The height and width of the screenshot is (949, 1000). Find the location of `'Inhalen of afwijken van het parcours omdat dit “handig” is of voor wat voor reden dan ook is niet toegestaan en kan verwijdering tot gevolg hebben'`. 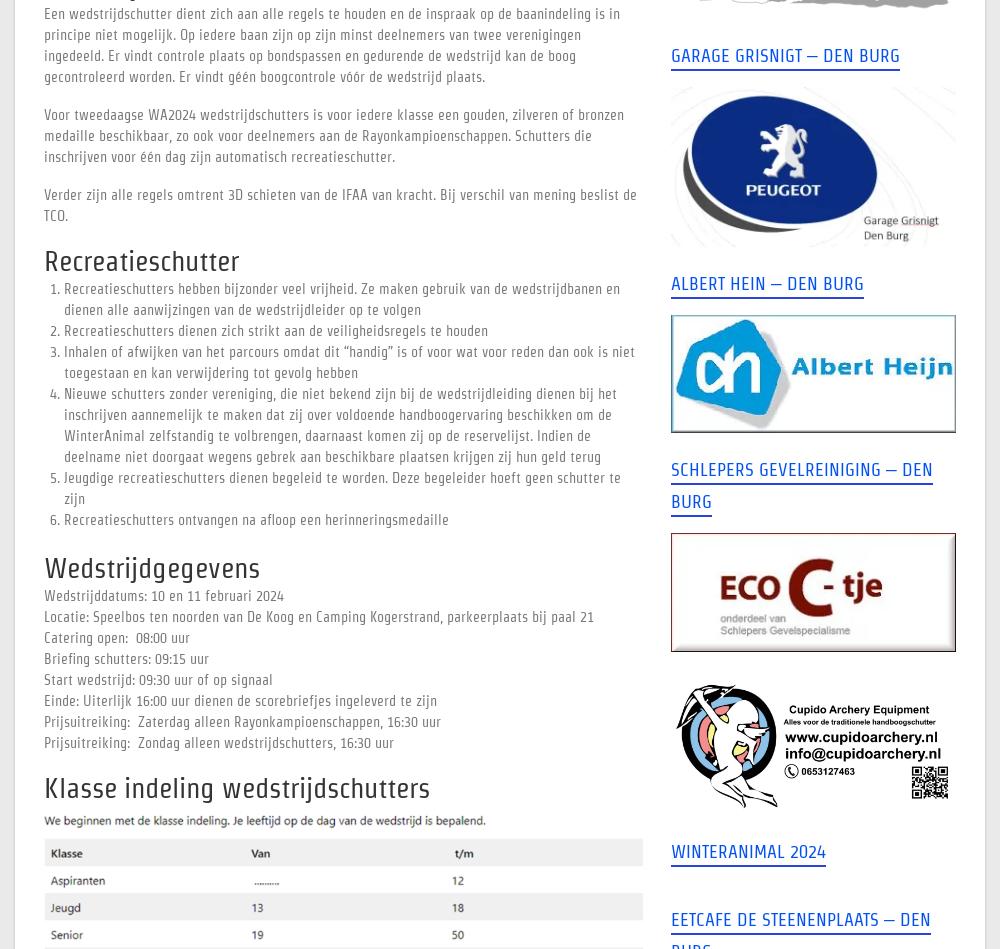

'Inhalen of afwijken van het parcours omdat dit “handig” is of voor wat voor reden dan ook is niet toegestaan en kan verwijdering tot gevolg hebben' is located at coordinates (348, 362).